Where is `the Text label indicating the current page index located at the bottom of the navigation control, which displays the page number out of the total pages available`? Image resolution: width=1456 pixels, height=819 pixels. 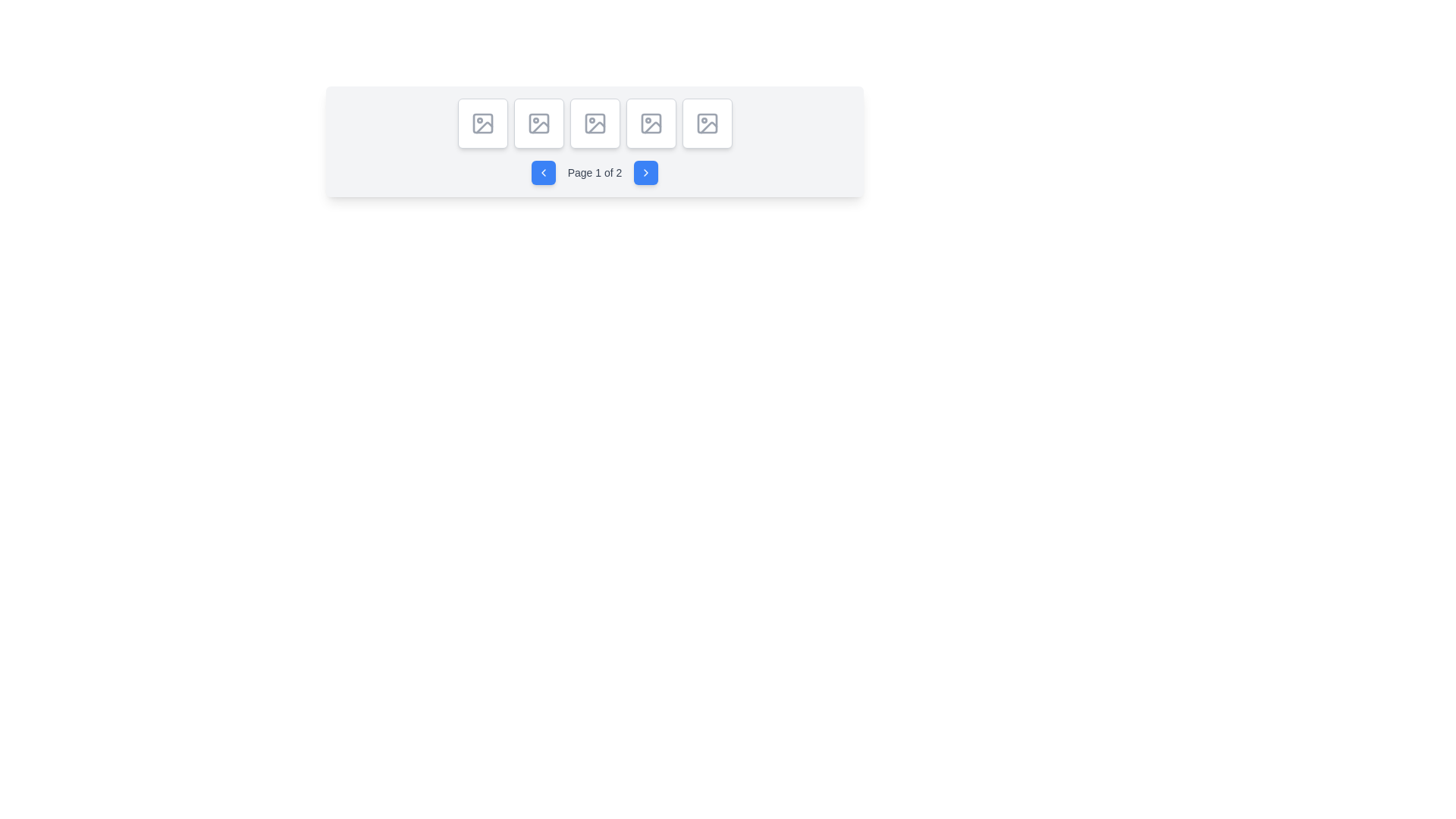
the Text label indicating the current page index located at the bottom of the navigation control, which displays the page number out of the total pages available is located at coordinates (594, 171).